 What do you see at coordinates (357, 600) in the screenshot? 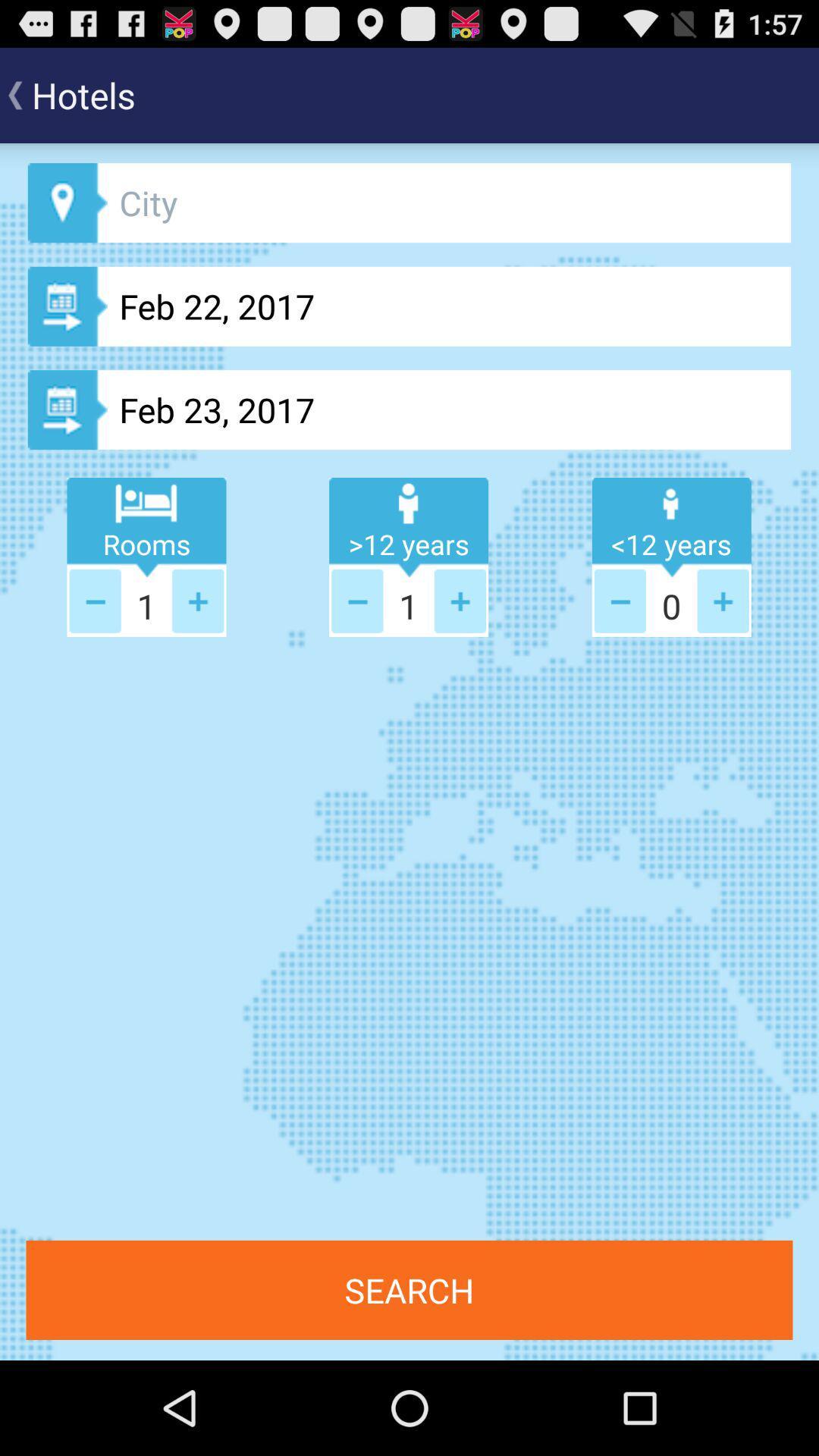
I see `less button` at bounding box center [357, 600].